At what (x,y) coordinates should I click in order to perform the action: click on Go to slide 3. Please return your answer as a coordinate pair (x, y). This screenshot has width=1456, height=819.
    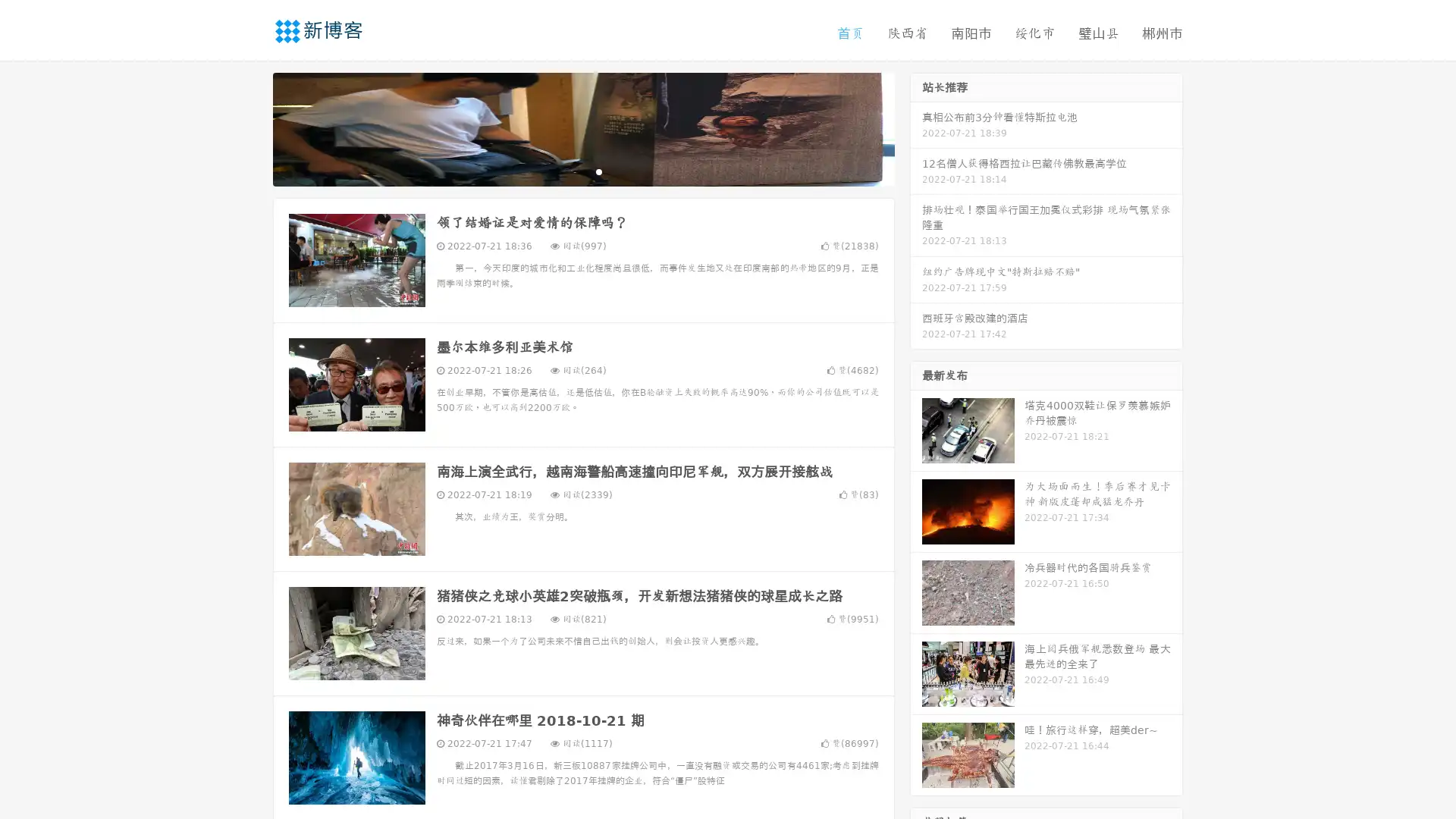
    Looking at the image, I should click on (598, 171).